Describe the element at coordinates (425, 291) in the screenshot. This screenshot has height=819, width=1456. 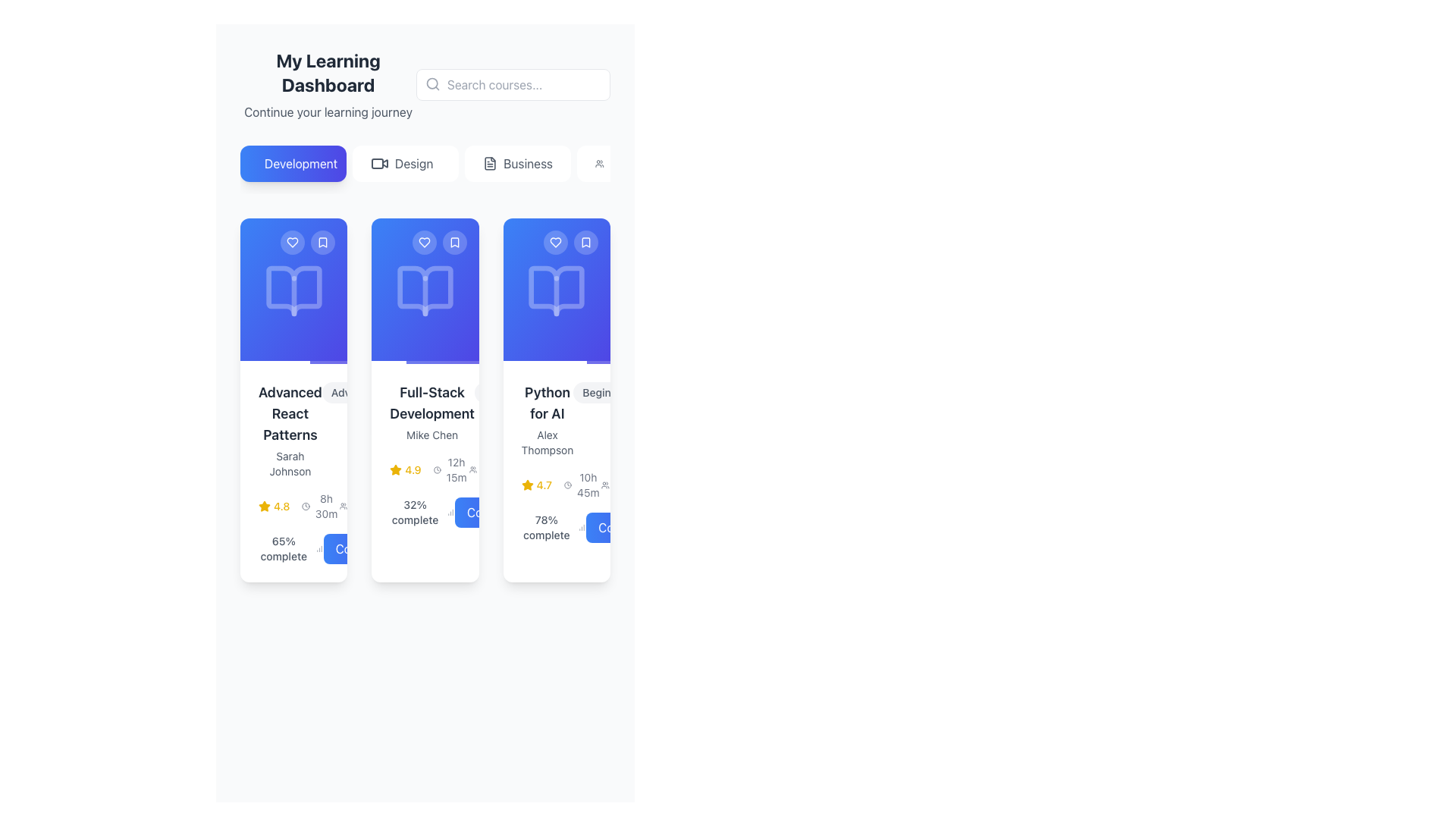
I see `the design or meaning of the open book icon located centrally within the 'Full-Stack Development' card` at that location.